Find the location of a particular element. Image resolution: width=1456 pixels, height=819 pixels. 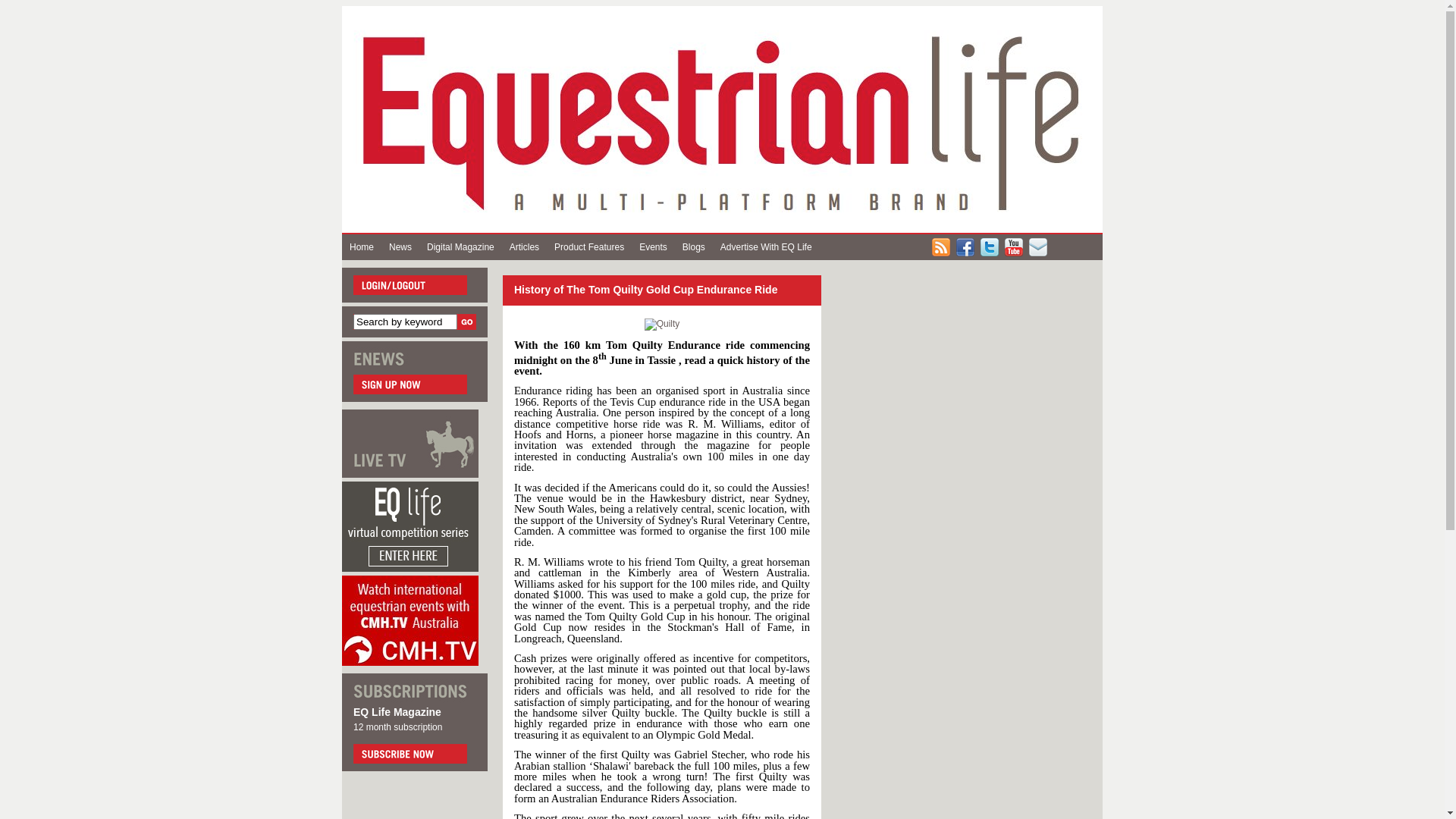

'Events' is located at coordinates (653, 246).